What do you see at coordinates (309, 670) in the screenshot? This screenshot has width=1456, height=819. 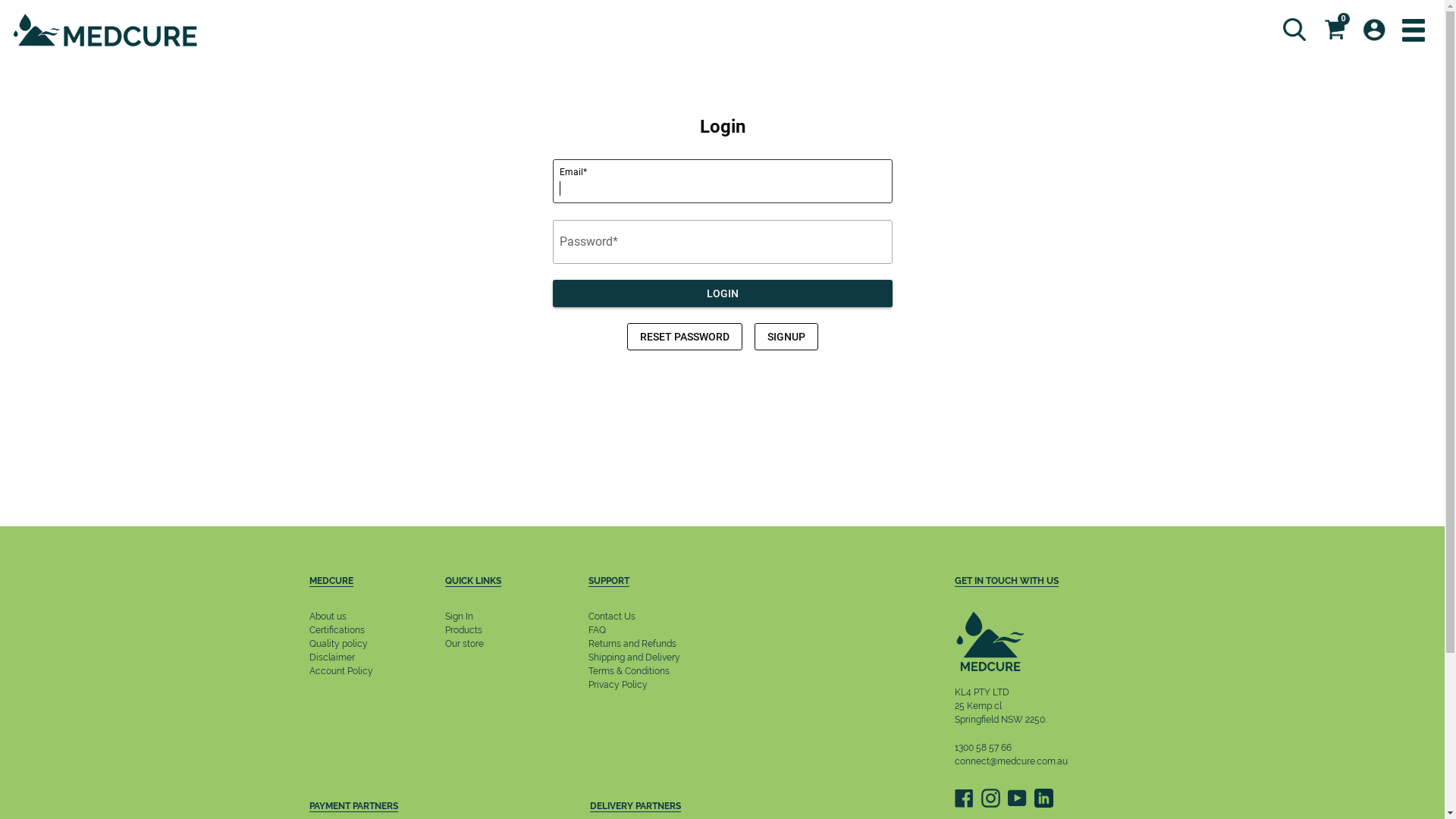 I see `'Account Policy'` at bounding box center [309, 670].